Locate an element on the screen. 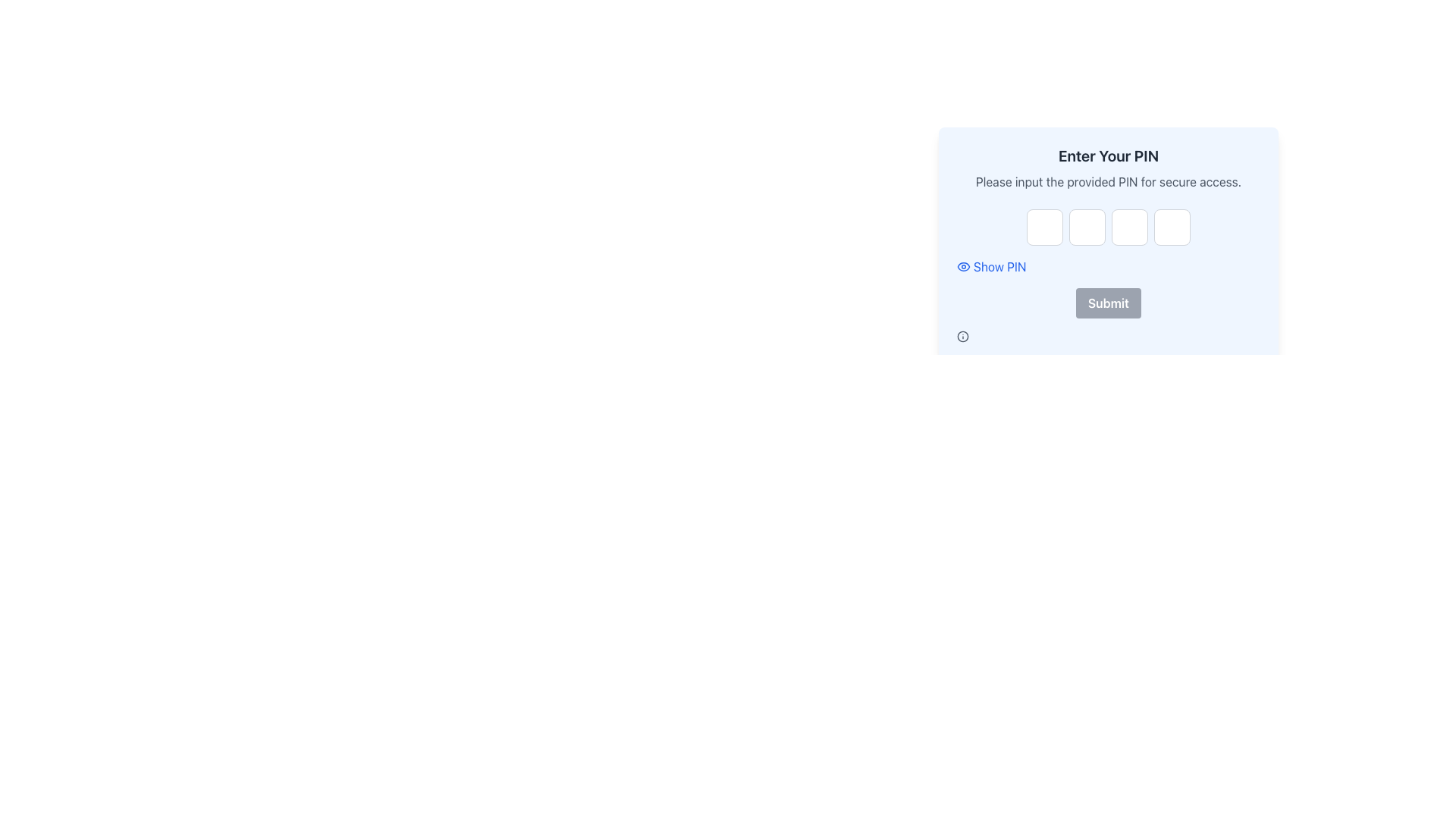  the second password input field in the 'Enter Your PIN' card interface to interact with it is located at coordinates (1087, 227).